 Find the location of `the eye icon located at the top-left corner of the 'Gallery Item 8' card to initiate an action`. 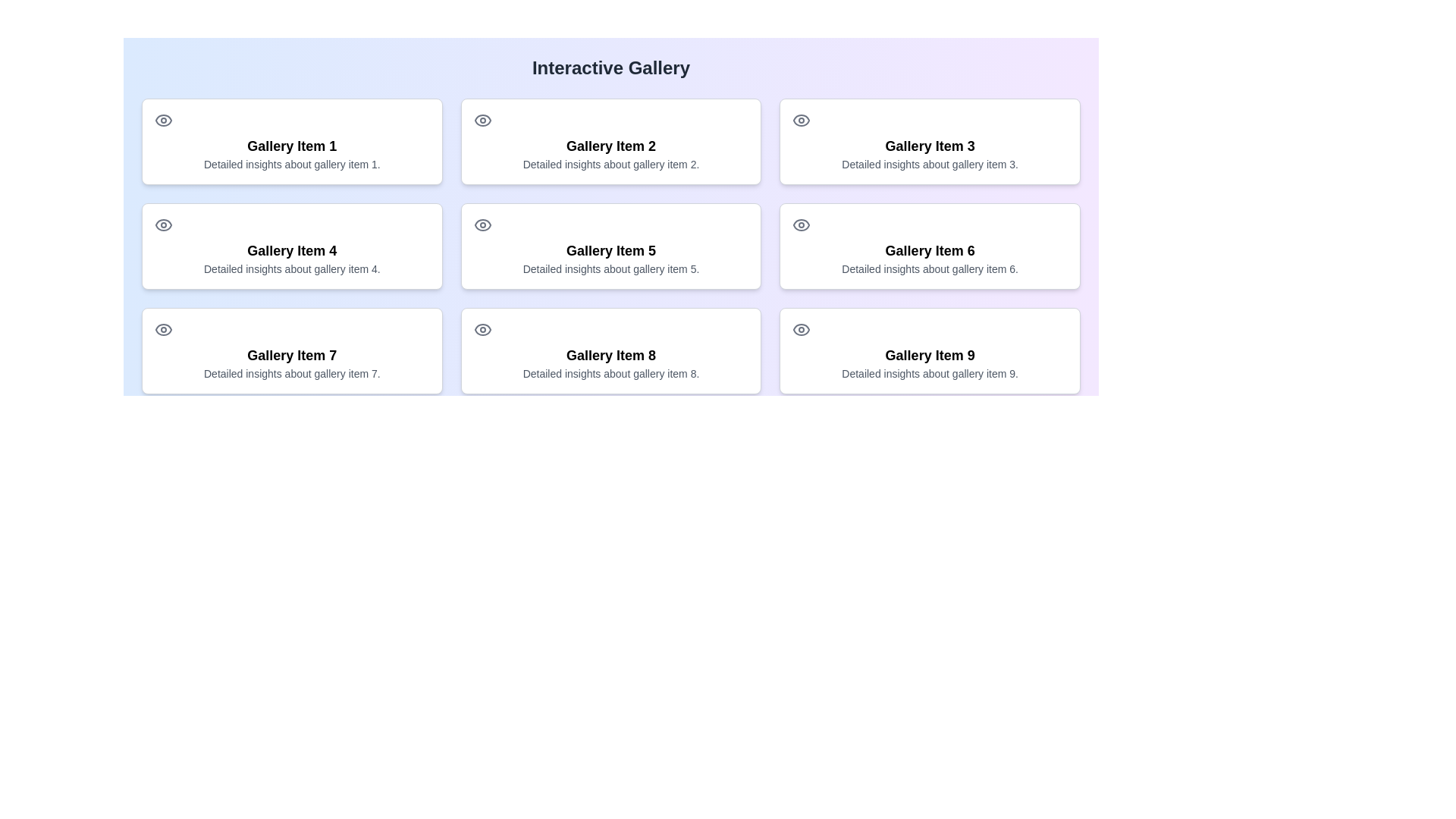

the eye icon located at the top-left corner of the 'Gallery Item 8' card to initiate an action is located at coordinates (482, 329).